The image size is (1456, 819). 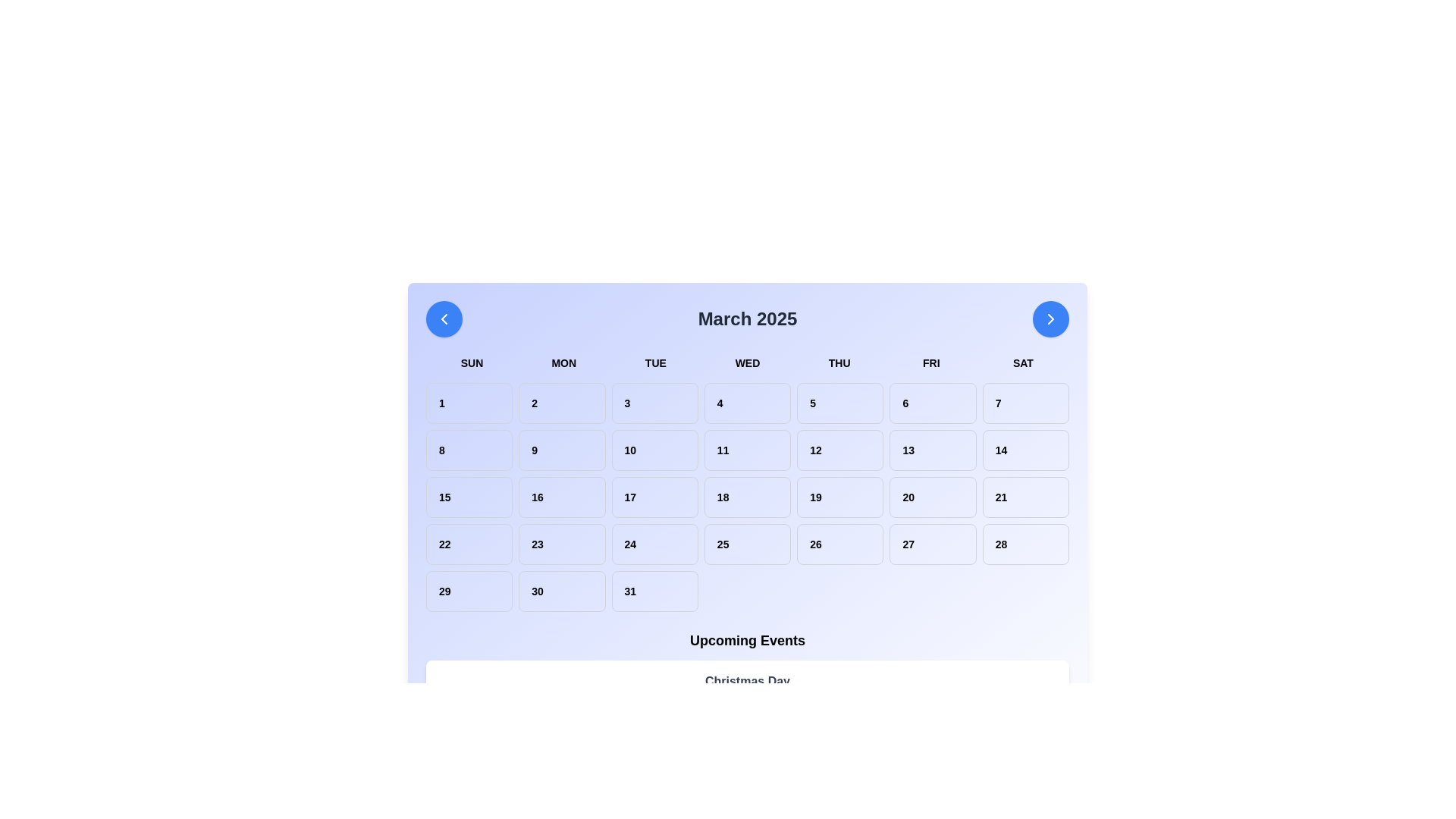 I want to click on the circular blue button with a leftward chevron icon located on the left side of the header section displaying 'March 2025' to activate its hover effect, so click(x=443, y=318).